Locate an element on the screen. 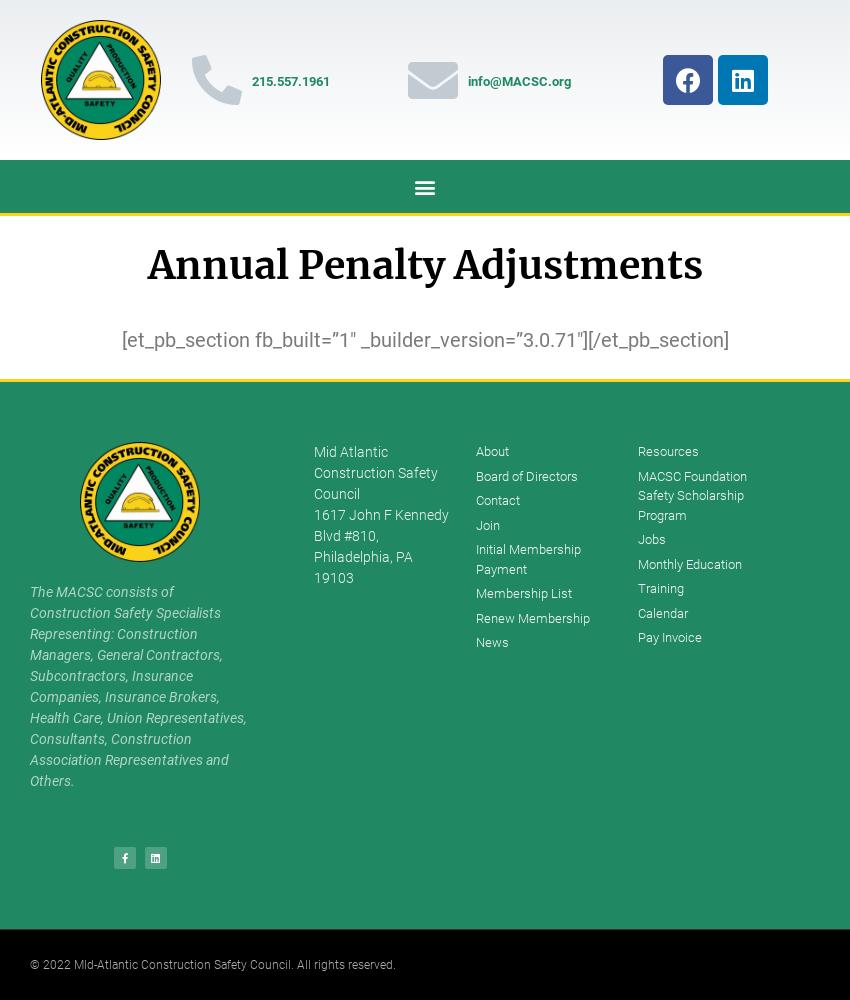 This screenshot has width=850, height=1000. 'Renew Membership' is located at coordinates (531, 616).